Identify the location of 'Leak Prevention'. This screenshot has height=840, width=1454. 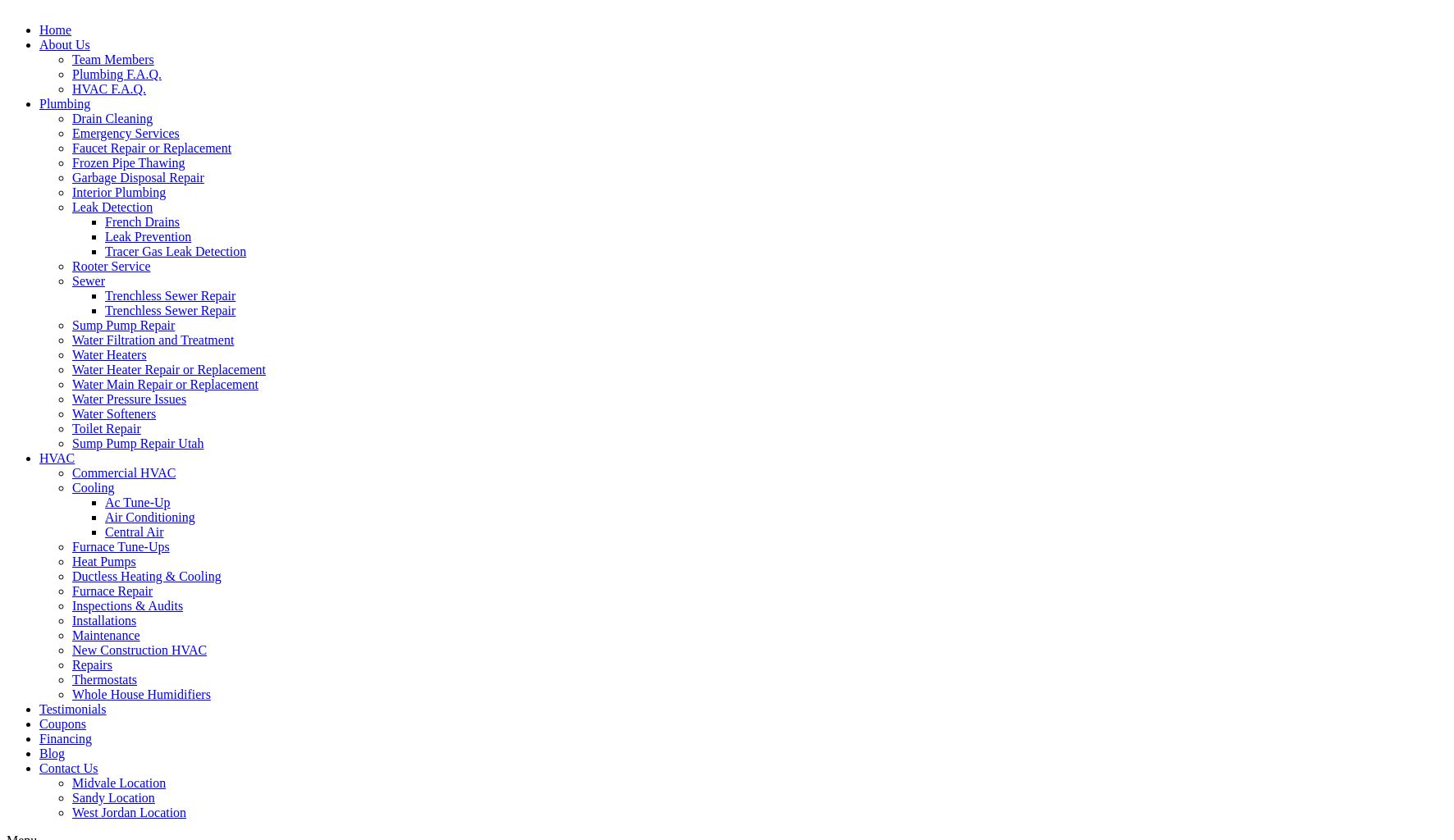
(104, 235).